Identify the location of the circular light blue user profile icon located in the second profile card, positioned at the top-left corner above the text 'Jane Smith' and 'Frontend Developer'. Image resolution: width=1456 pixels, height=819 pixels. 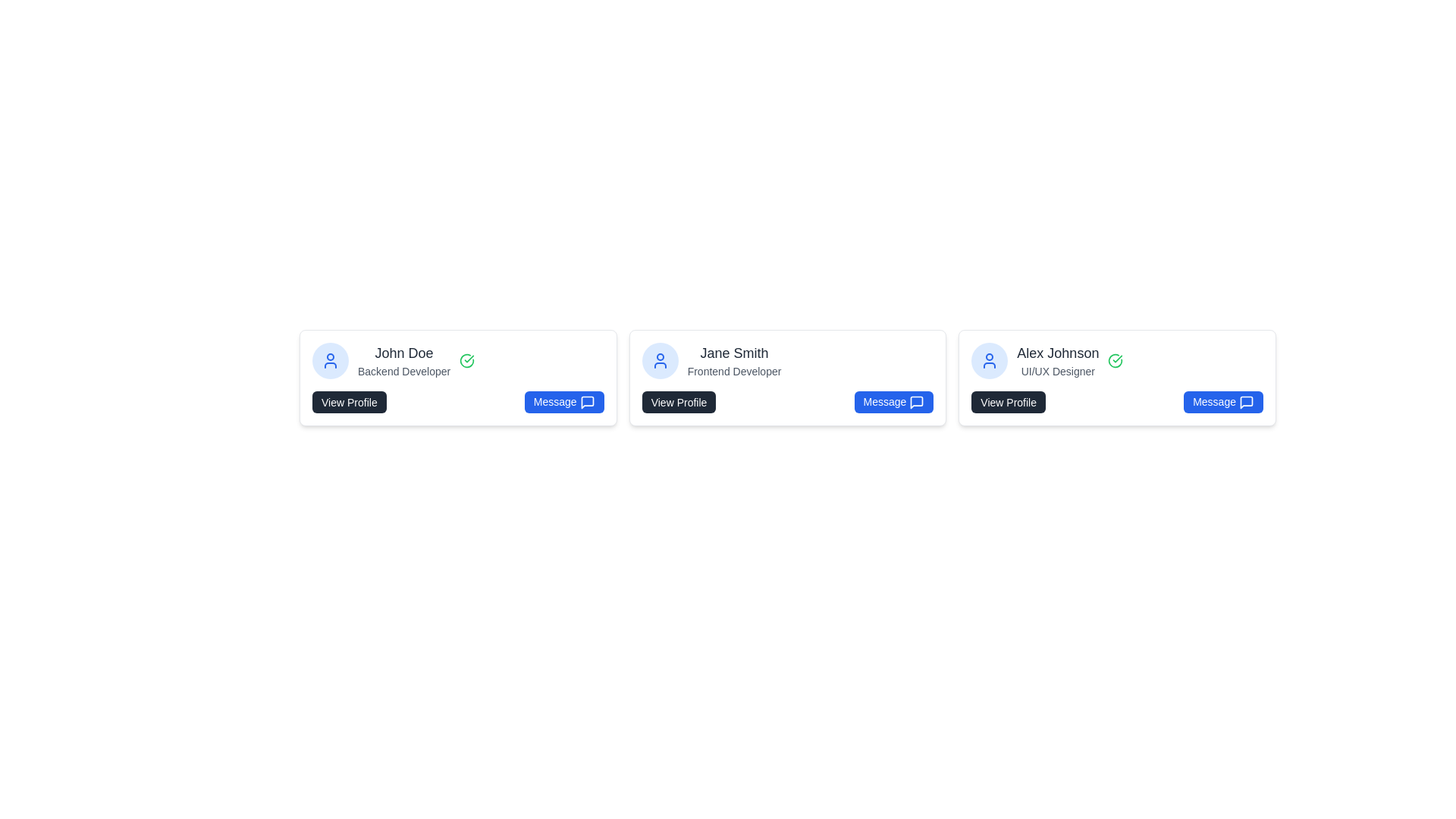
(660, 360).